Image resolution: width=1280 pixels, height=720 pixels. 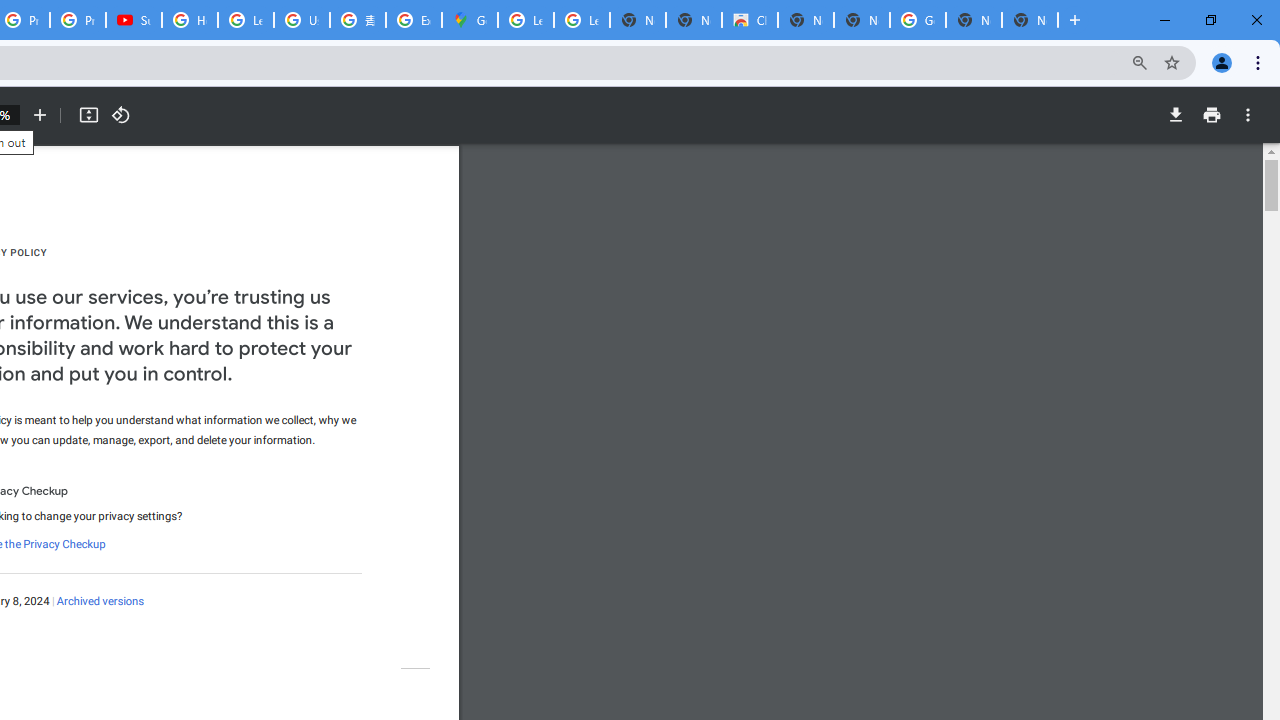 I want to click on 'Zoom in', so click(x=39, y=115).